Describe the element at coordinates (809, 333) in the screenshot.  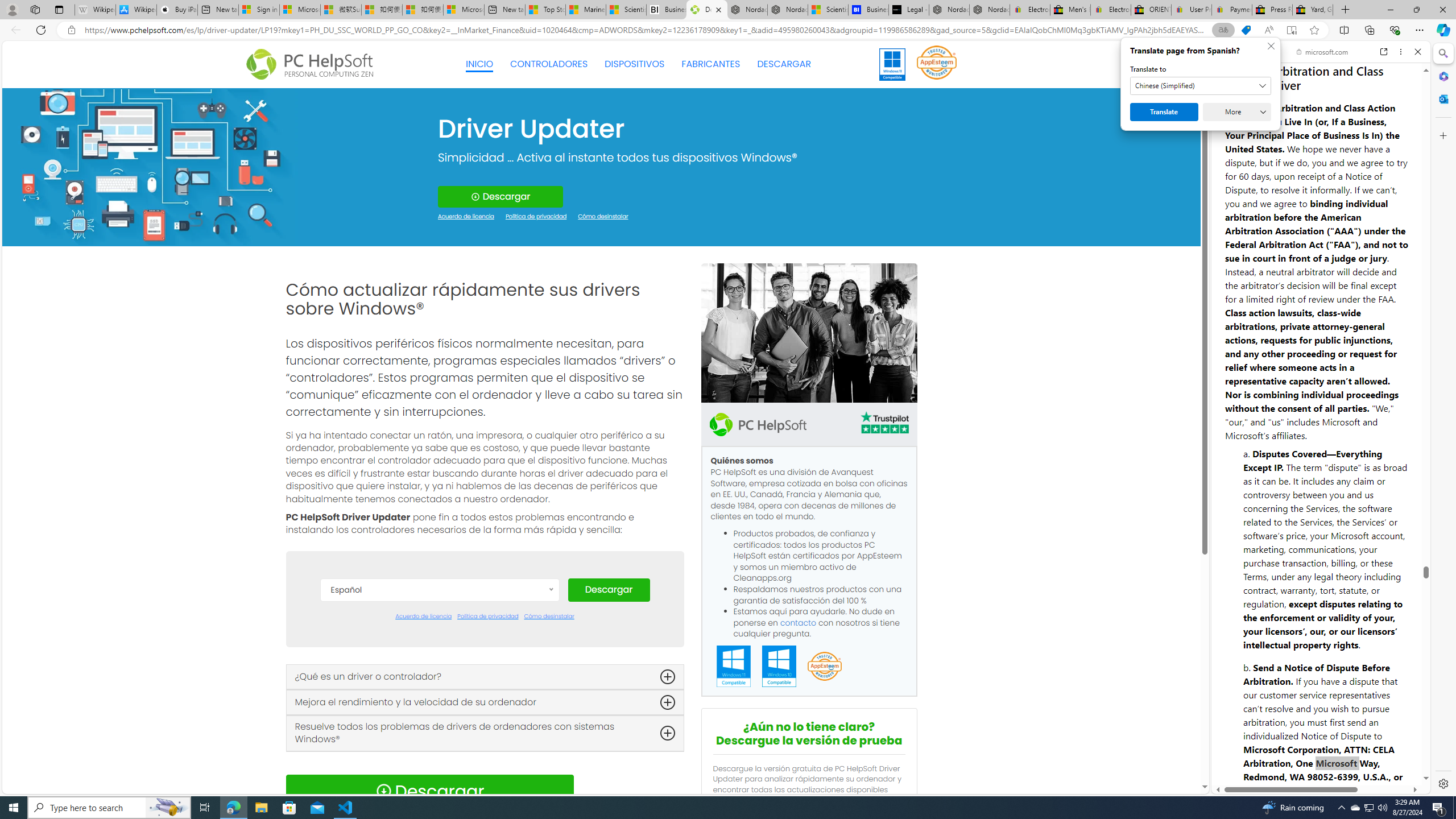
I see `'team'` at that location.